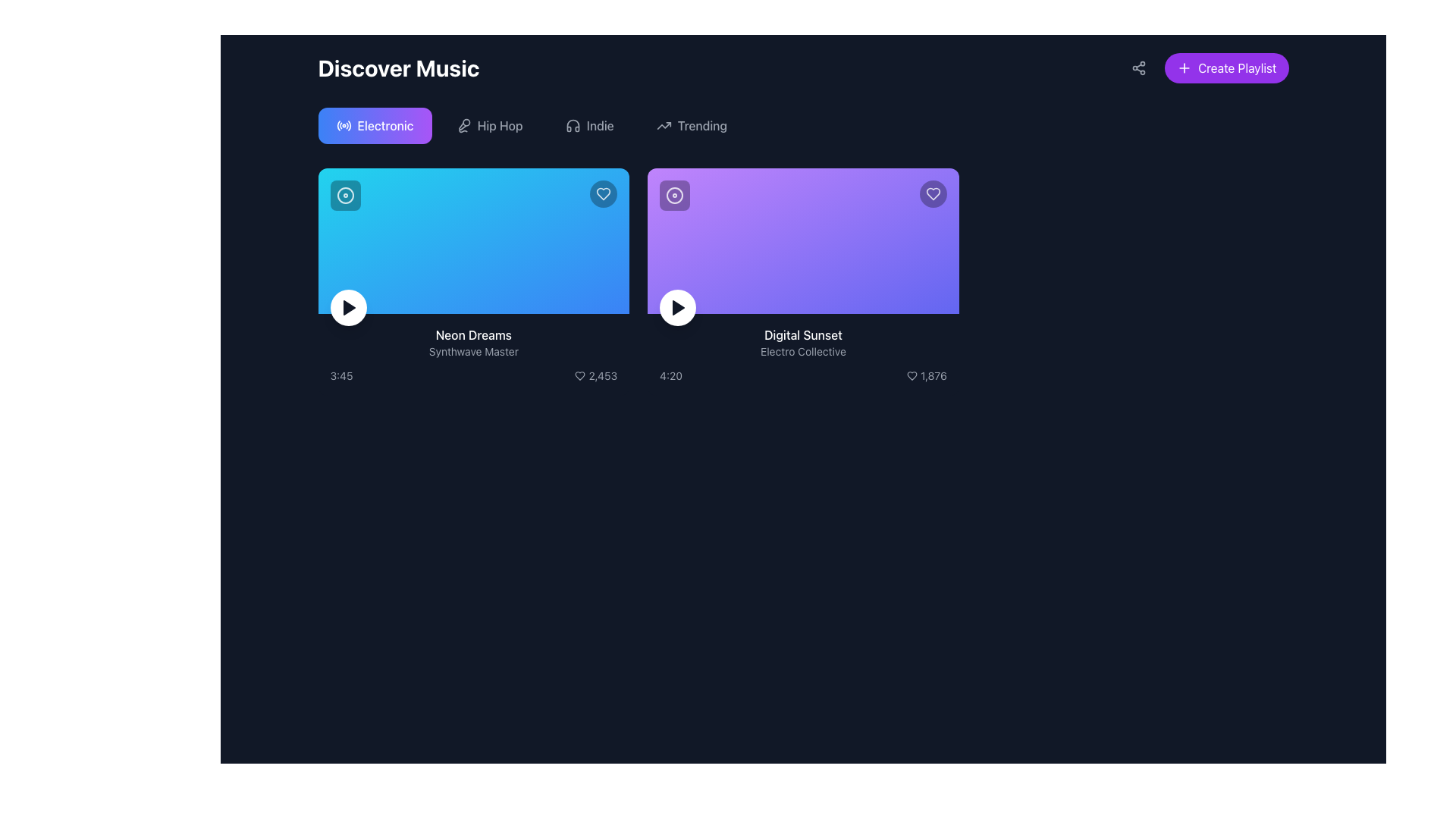  Describe the element at coordinates (595, 375) in the screenshot. I see `the heart icon representing the like count for the 'Neon Dreams' content located at the bottom left area of the card, below the song title and to the right of the song duration` at that location.